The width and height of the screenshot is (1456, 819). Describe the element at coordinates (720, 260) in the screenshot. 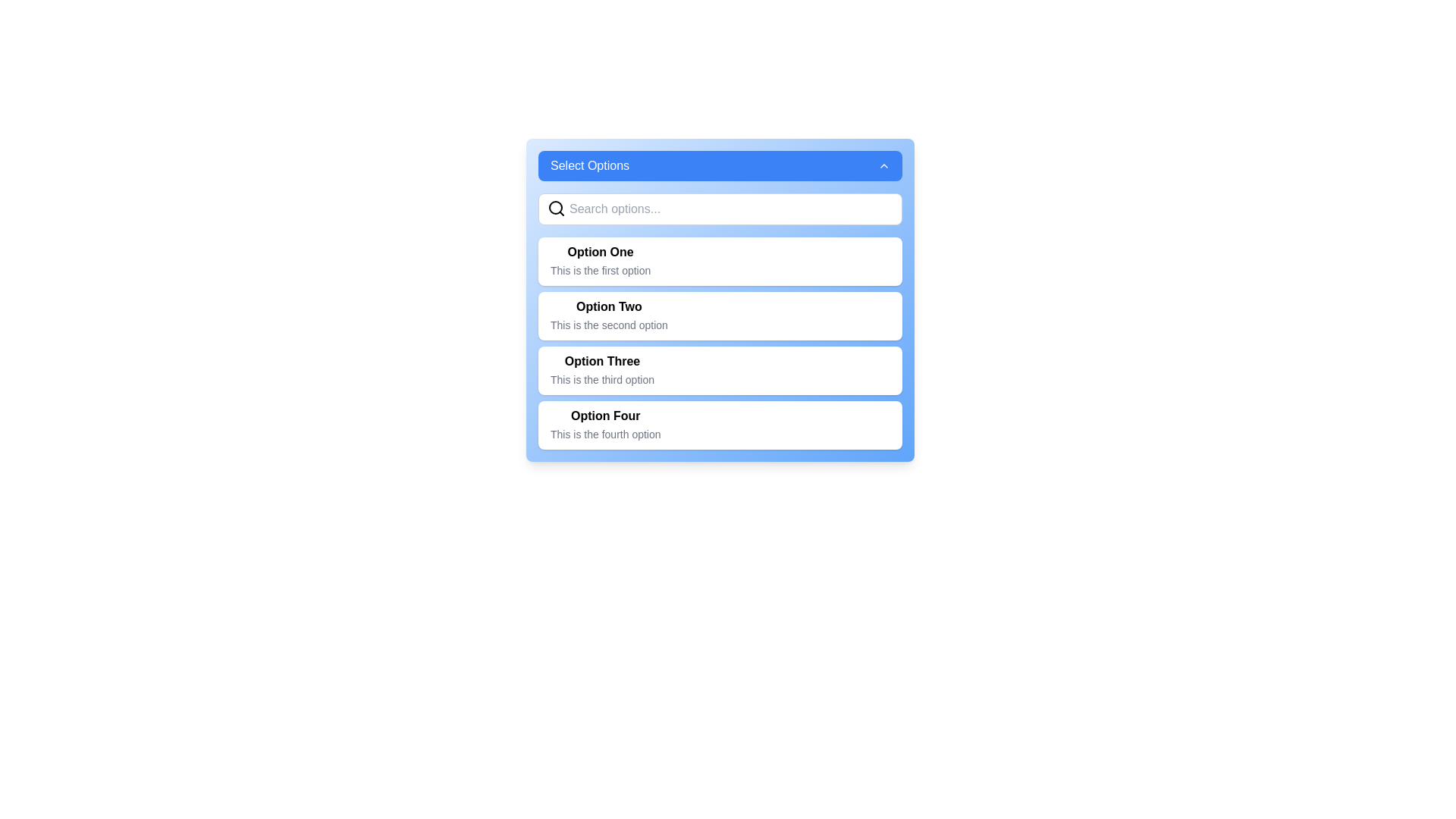

I see `the button labeled 'Option One' which has a white background and rounded corners` at that location.